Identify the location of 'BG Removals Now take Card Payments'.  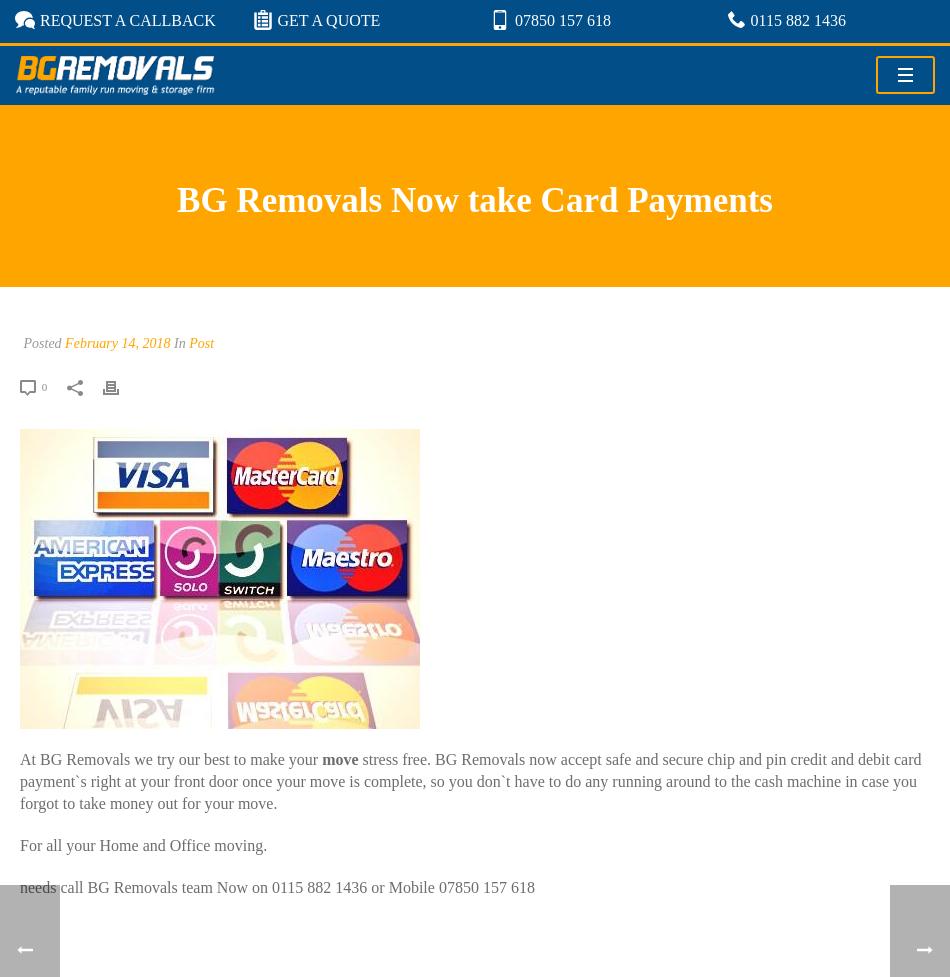
(176, 198).